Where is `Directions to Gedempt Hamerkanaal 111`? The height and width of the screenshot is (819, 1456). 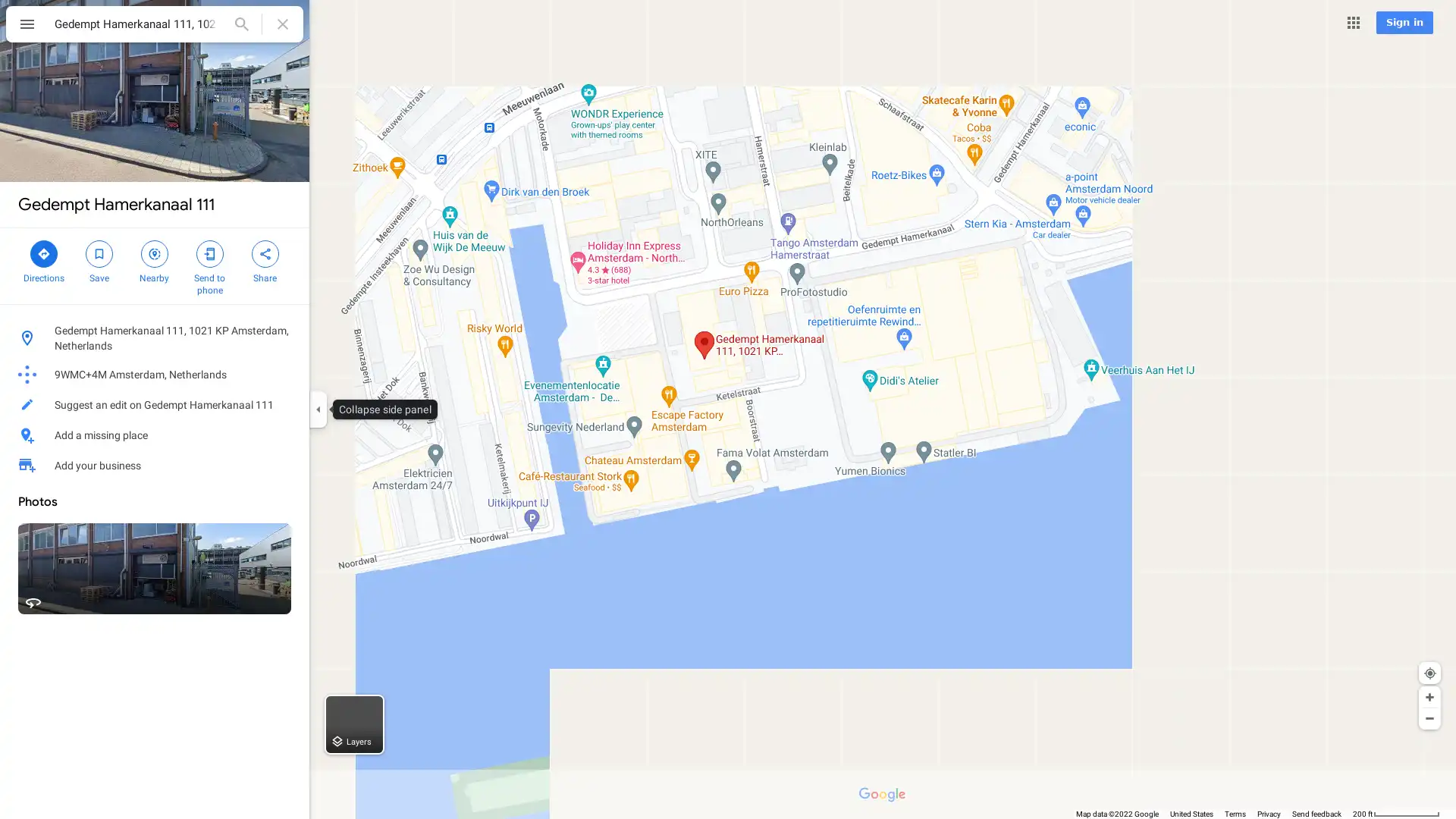 Directions to Gedempt Hamerkanaal 111 is located at coordinates (43, 259).